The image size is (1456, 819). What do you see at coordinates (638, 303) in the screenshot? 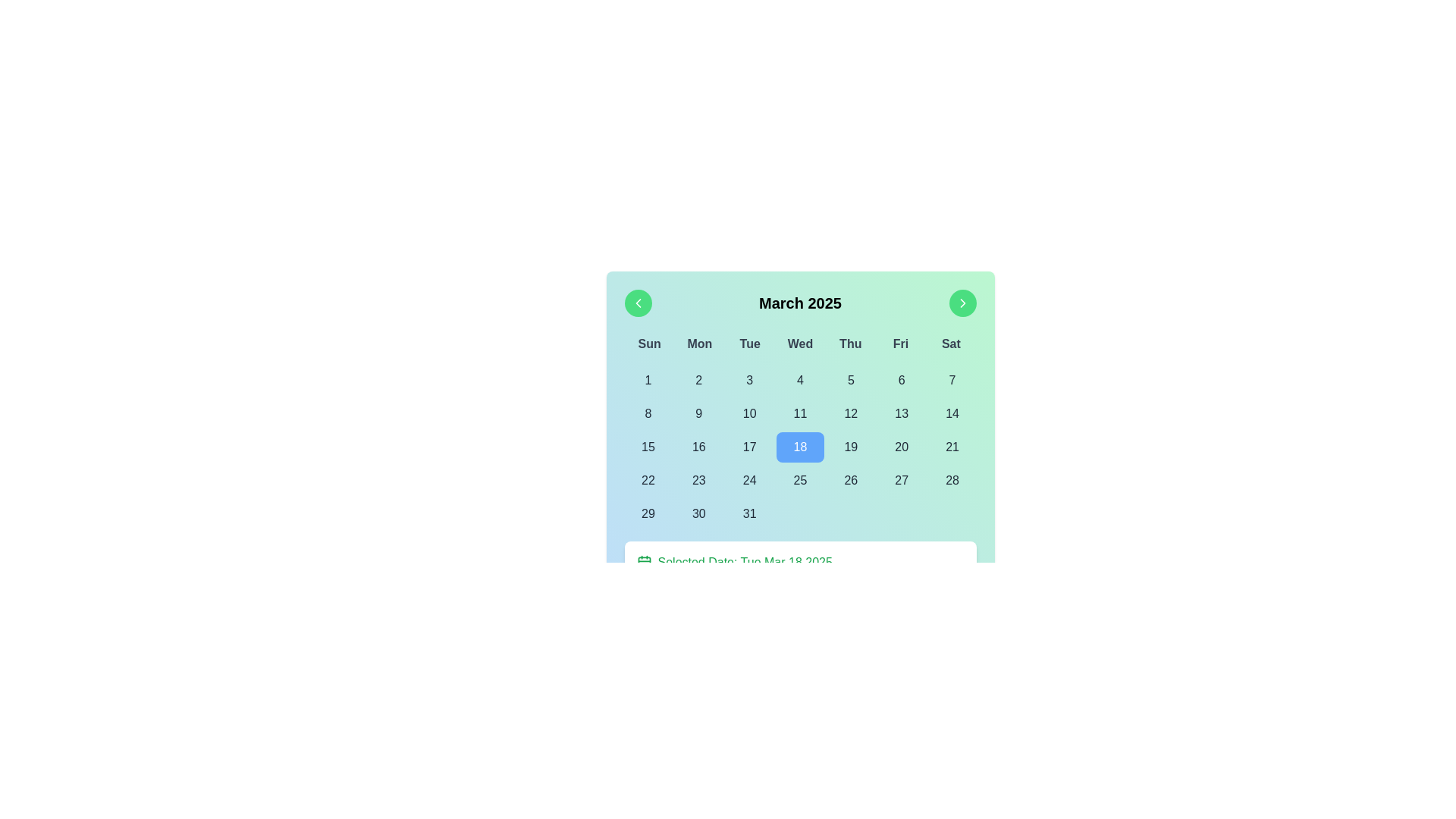
I see `the circular green button with a white leftward-pointing chevron icon located in the header area of the calendar interface` at bounding box center [638, 303].